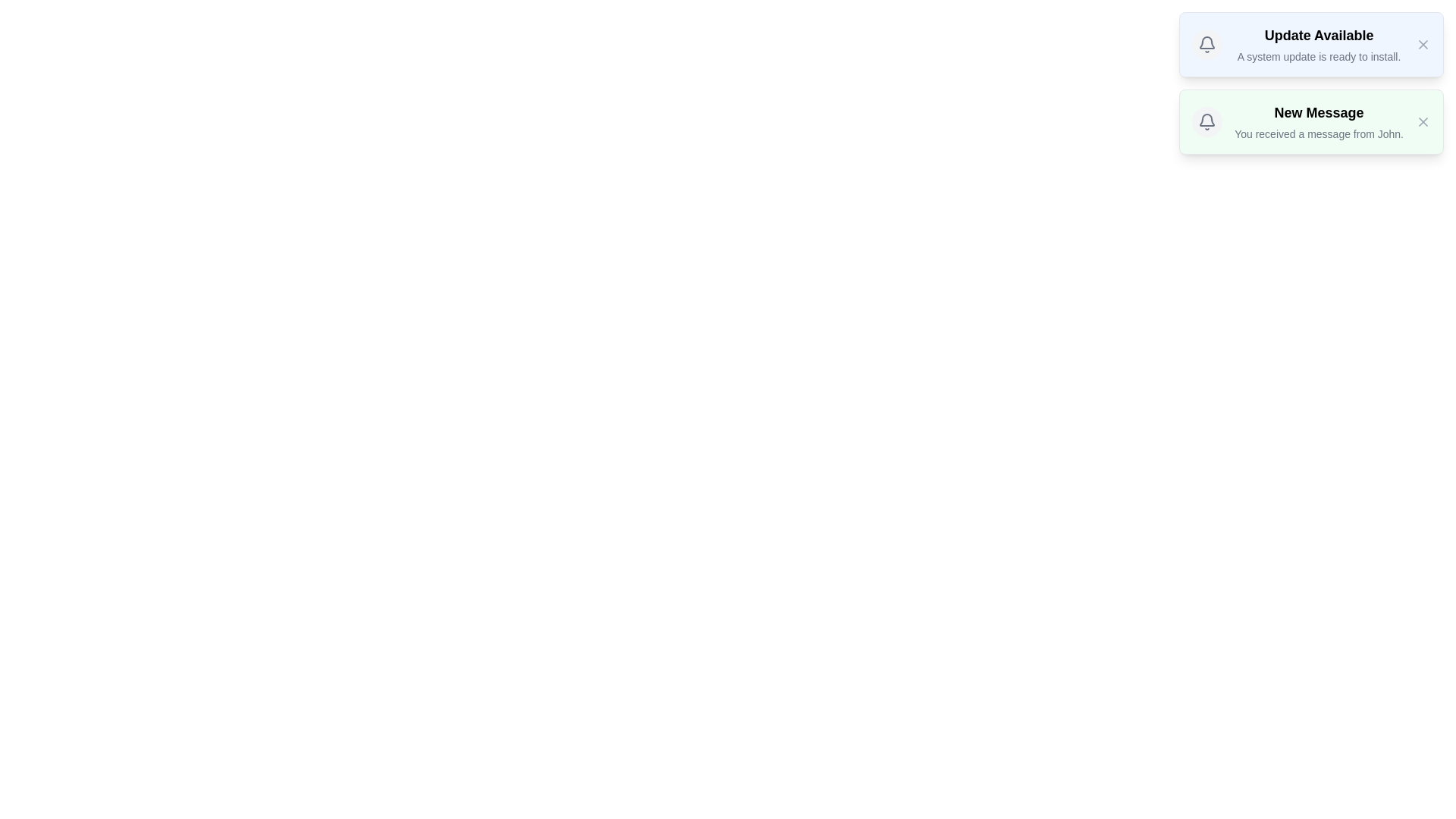  Describe the element at coordinates (1317, 43) in the screenshot. I see `the notification text area to read its details` at that location.